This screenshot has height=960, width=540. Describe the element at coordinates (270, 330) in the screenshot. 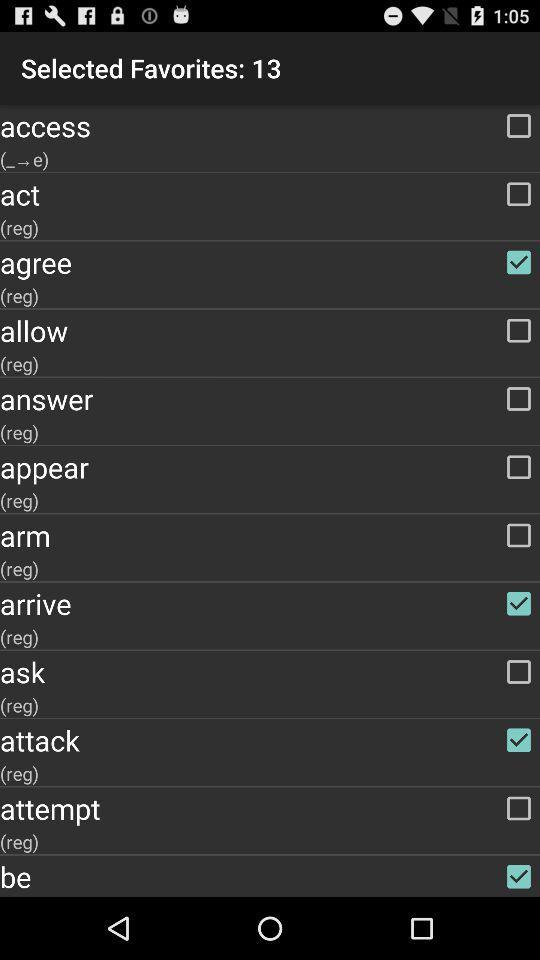

I see `item below (reg)  app` at that location.